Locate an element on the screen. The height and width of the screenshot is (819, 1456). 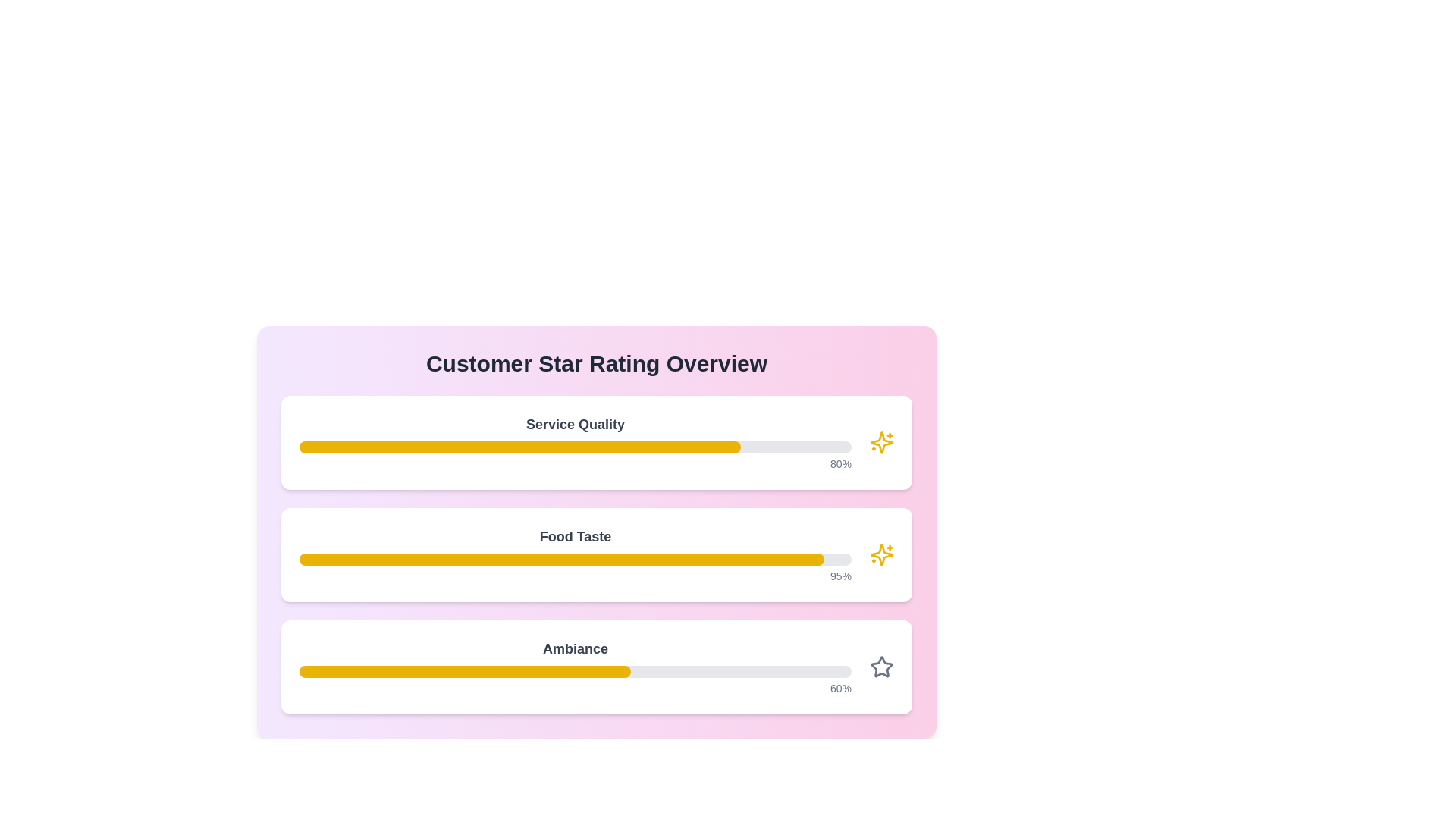
the filled segment of the progress bar under the 'Food Taste' label, which is a horizontal yellow bar with rounded edges, representing a filled portion of the progress is located at coordinates (560, 559).